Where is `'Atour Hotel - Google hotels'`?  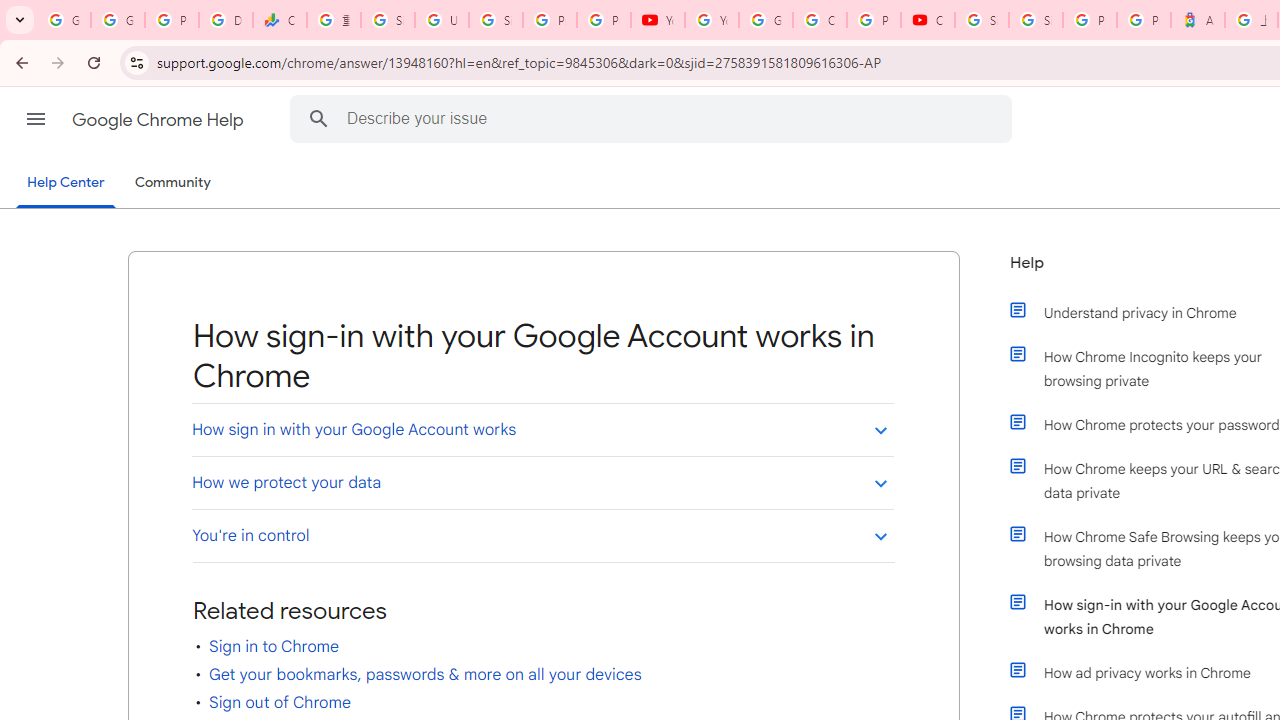
'Atour Hotel - Google hotels' is located at coordinates (1198, 20).